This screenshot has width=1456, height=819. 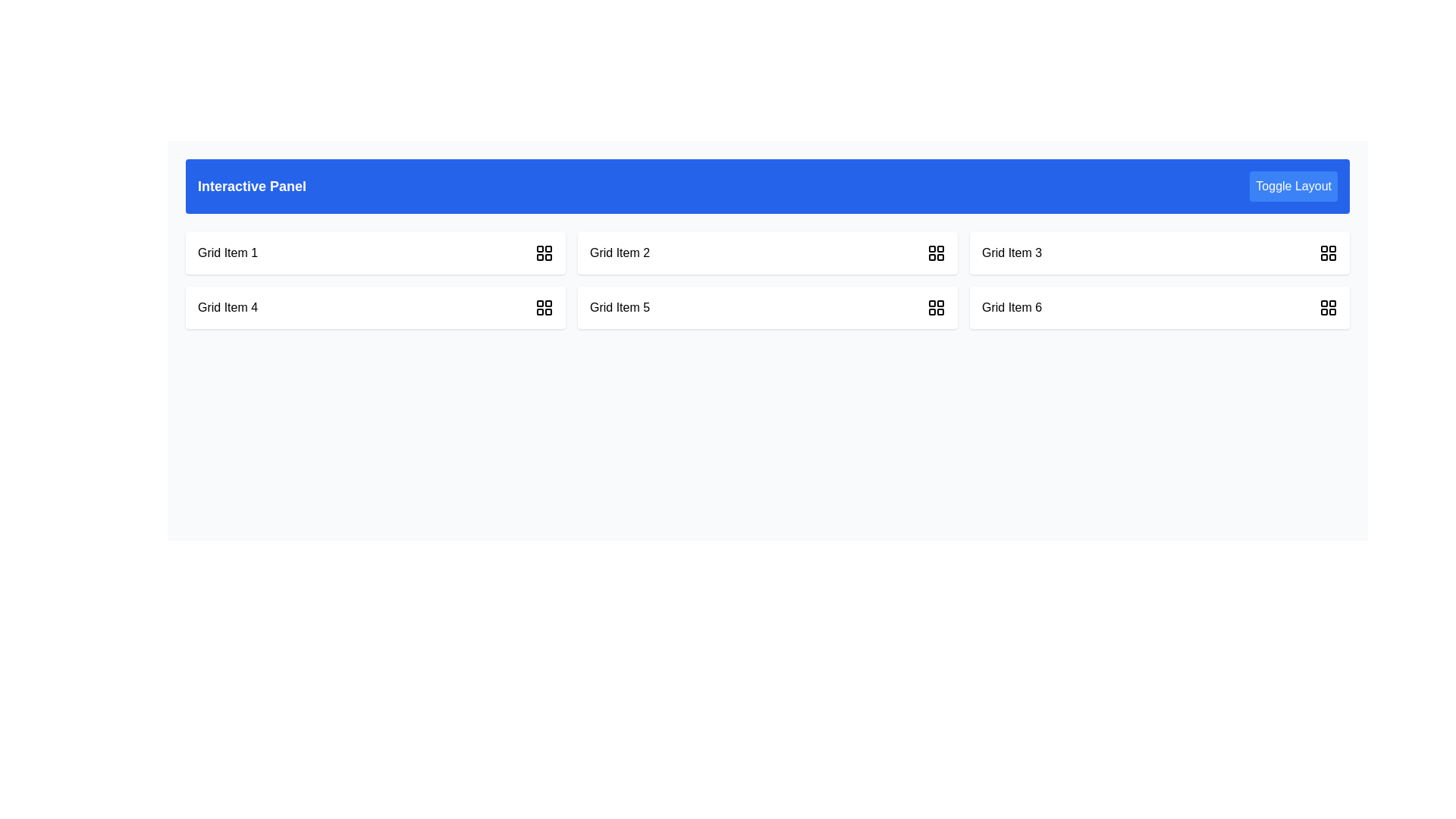 I want to click on the grid-patterned icon located within the 'Grid Item 2' content box on the right side, so click(x=935, y=253).